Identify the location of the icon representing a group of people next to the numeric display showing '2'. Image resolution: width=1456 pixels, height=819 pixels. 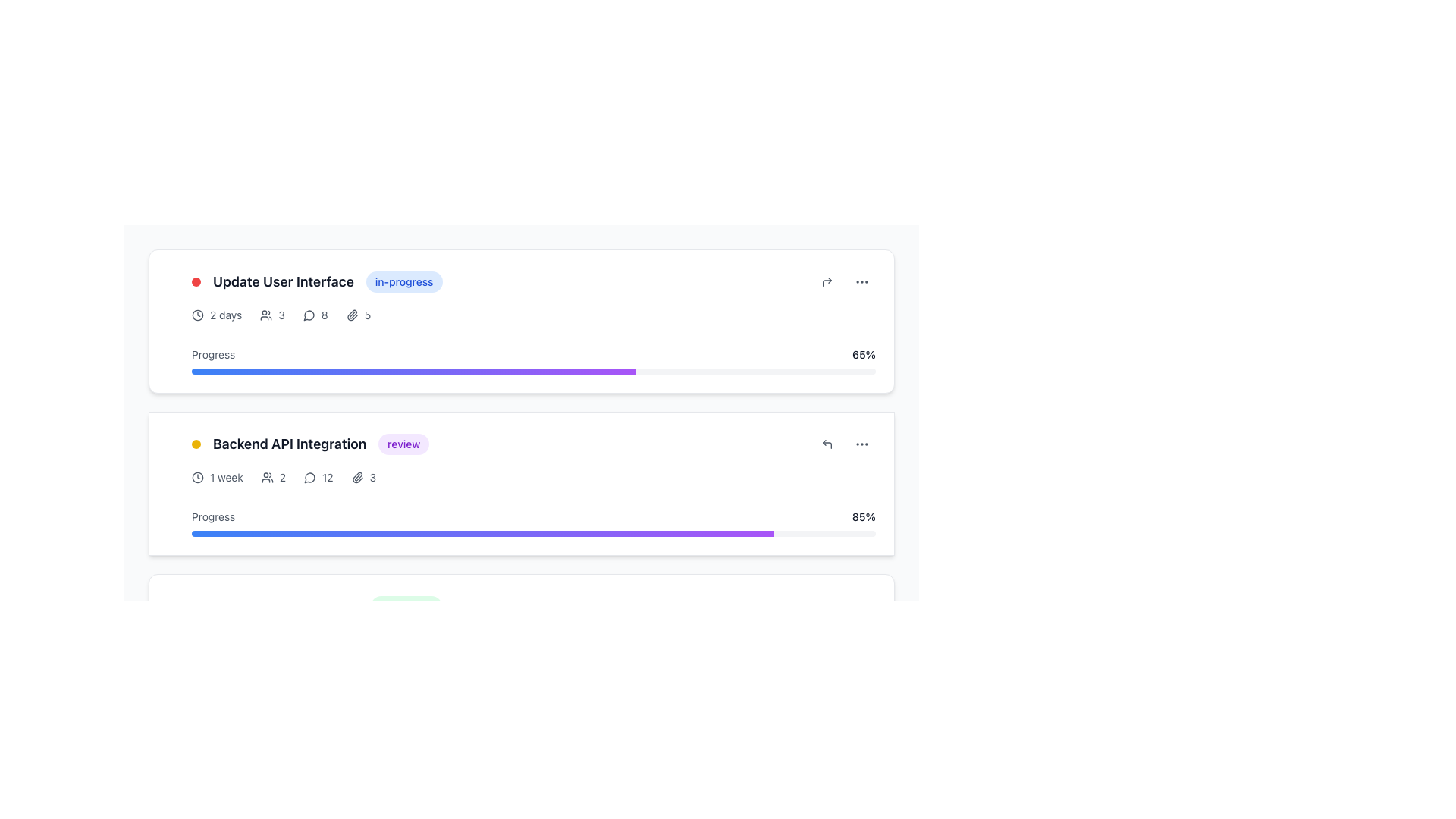
(273, 476).